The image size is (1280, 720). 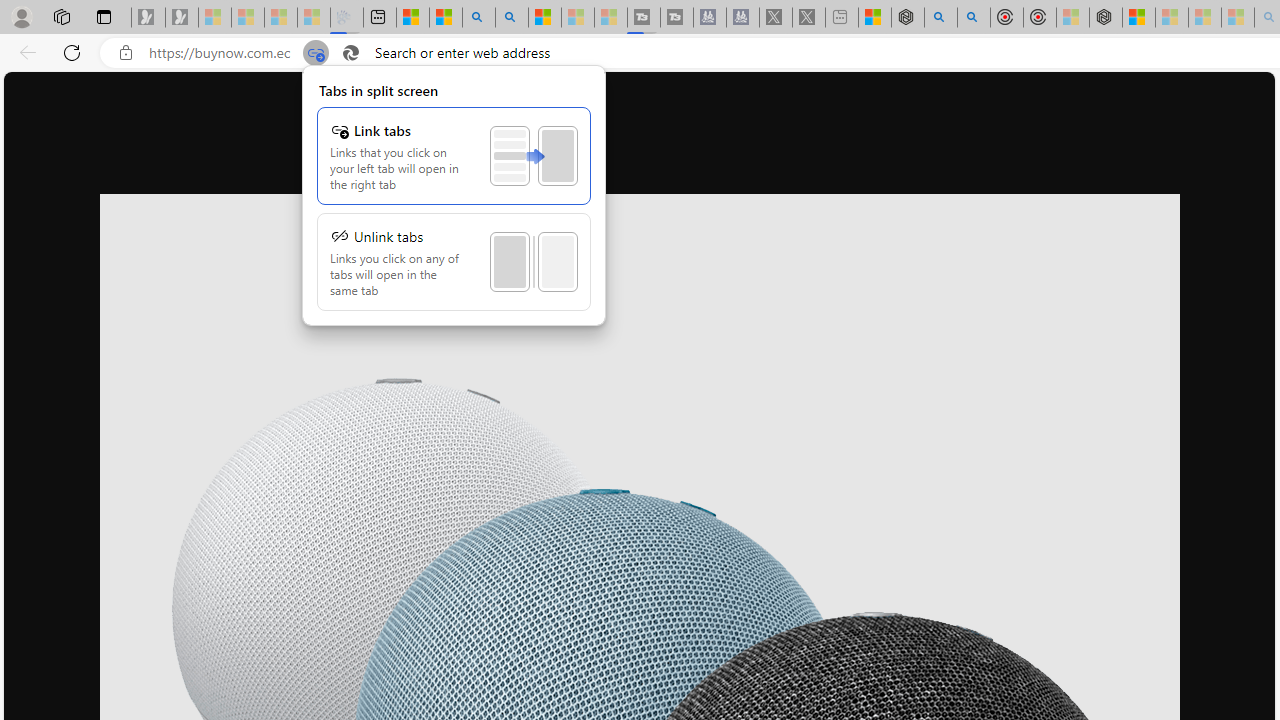 I want to click on 'poe ++ standard - Search', so click(x=973, y=17).